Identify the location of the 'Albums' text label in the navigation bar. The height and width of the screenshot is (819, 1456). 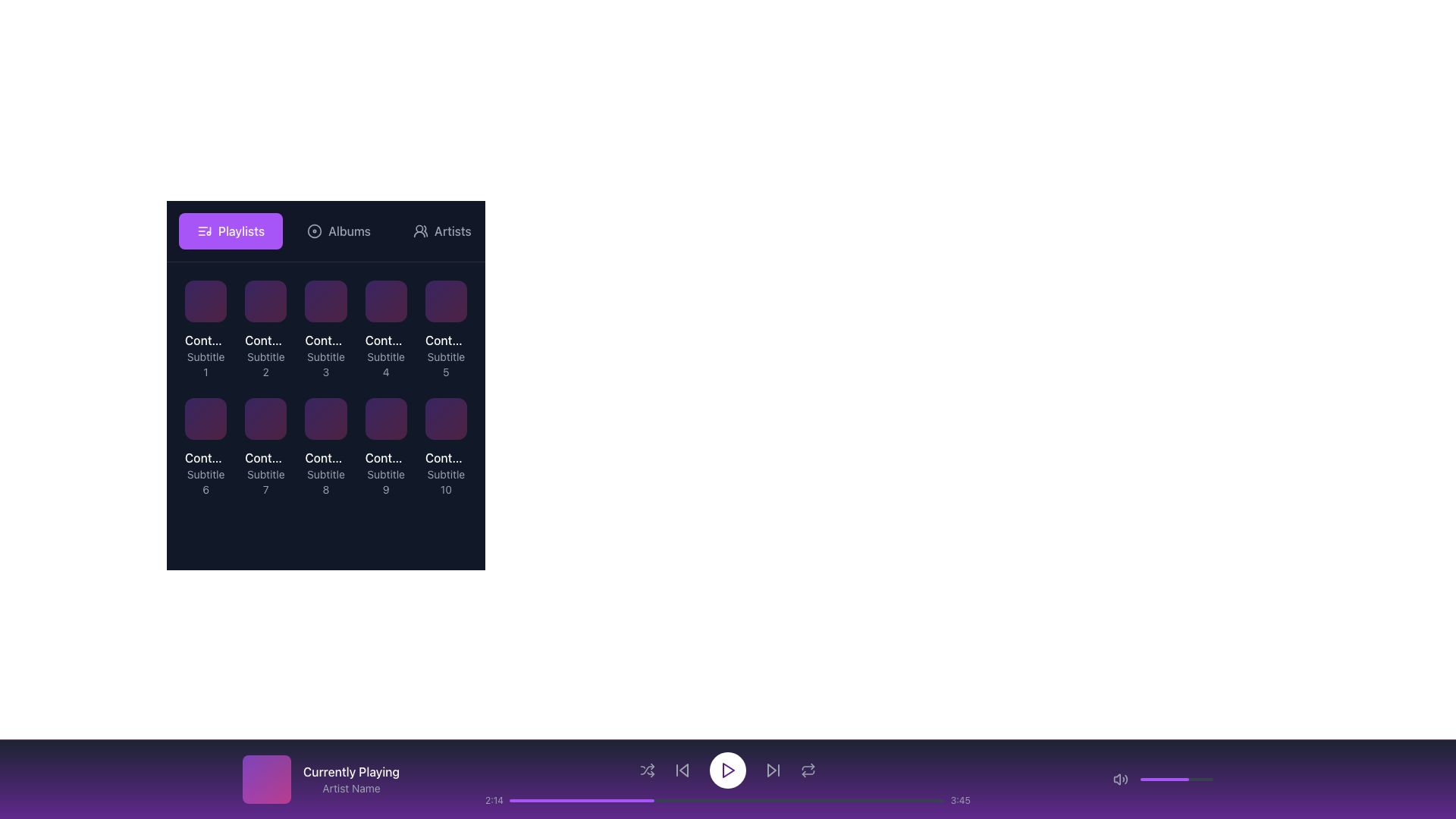
(348, 231).